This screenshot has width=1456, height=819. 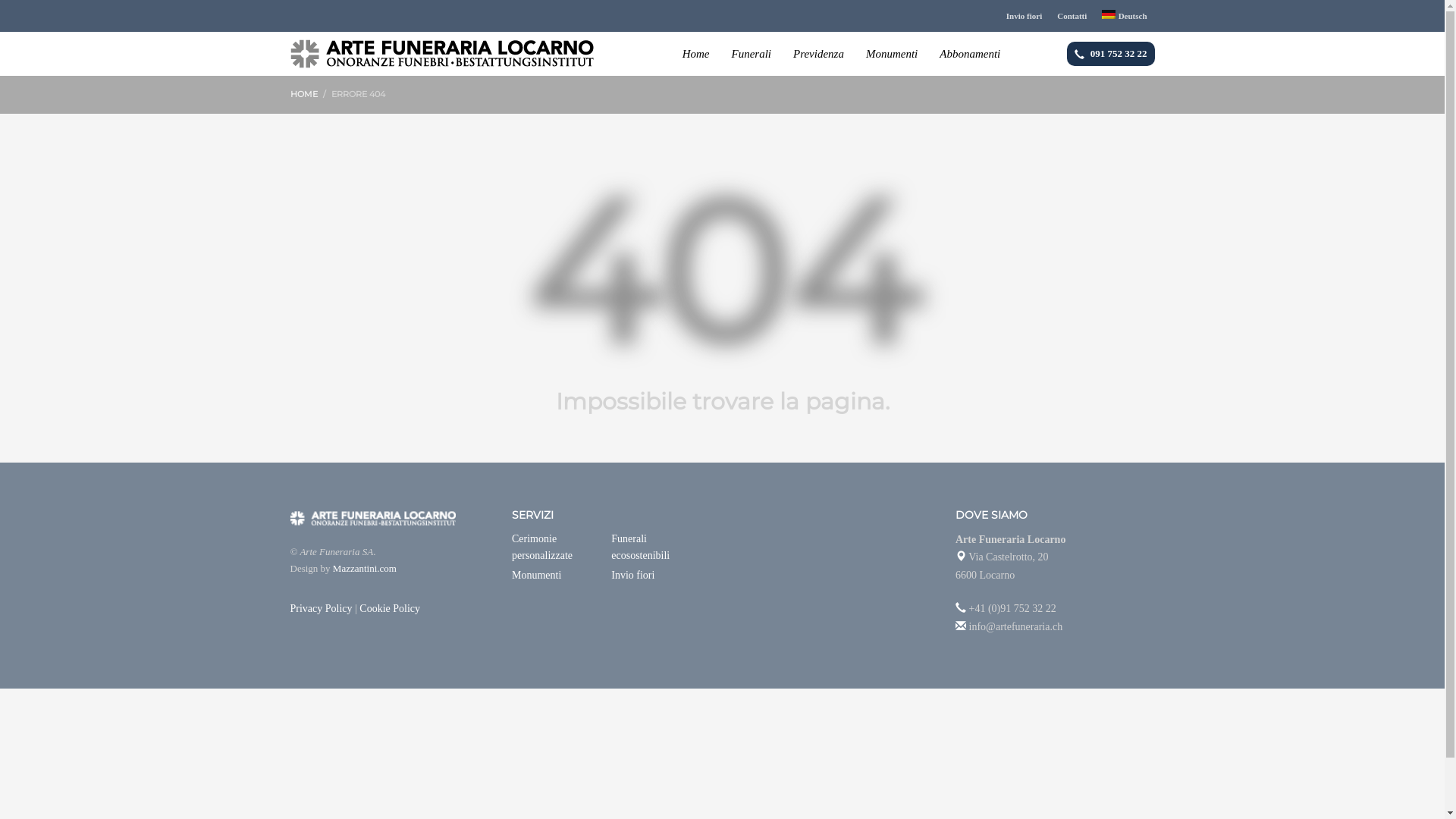 I want to click on 'Contatti', so click(x=1056, y=15).